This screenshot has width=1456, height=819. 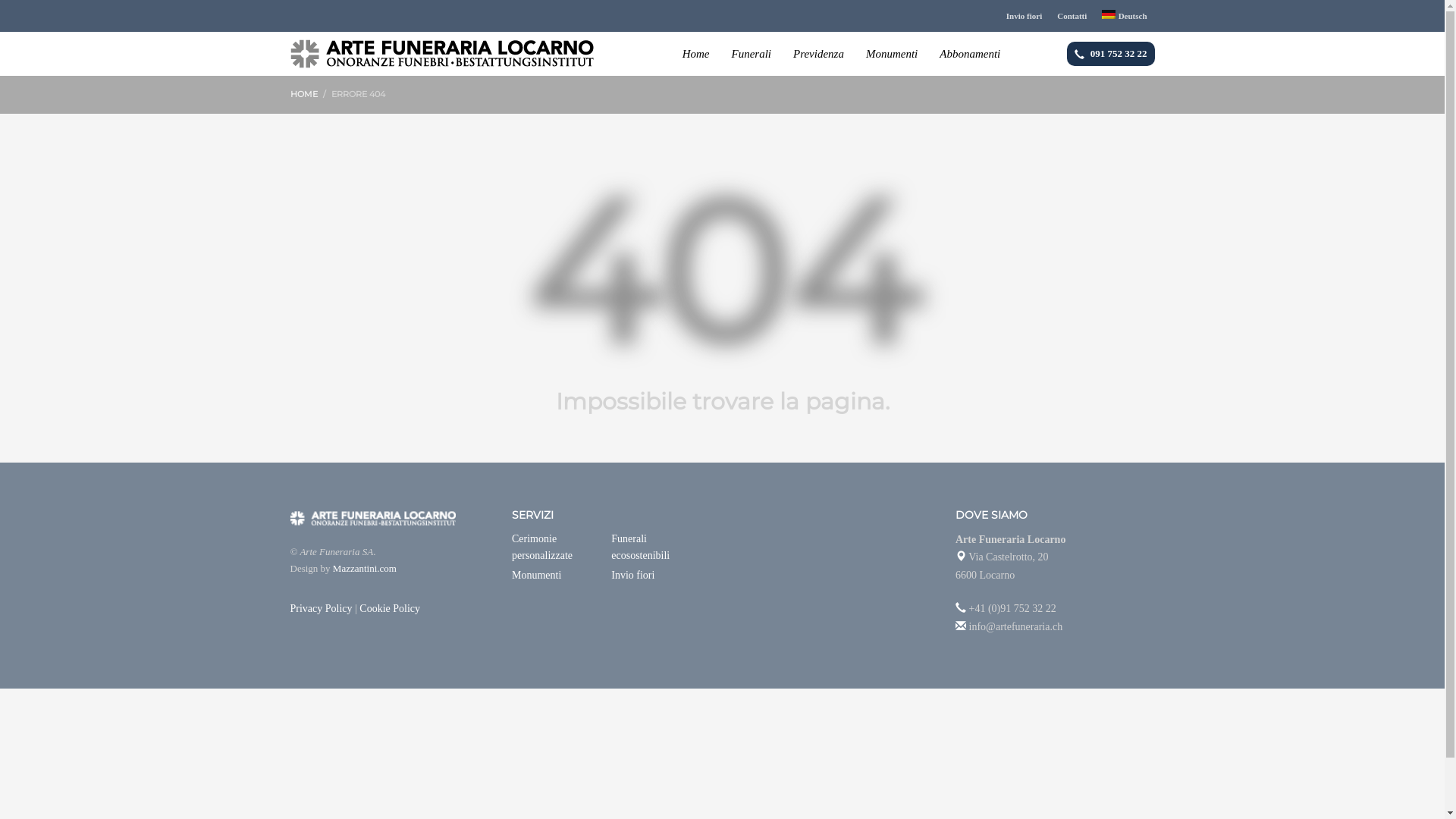 I want to click on 'Contatti', so click(x=1056, y=15).